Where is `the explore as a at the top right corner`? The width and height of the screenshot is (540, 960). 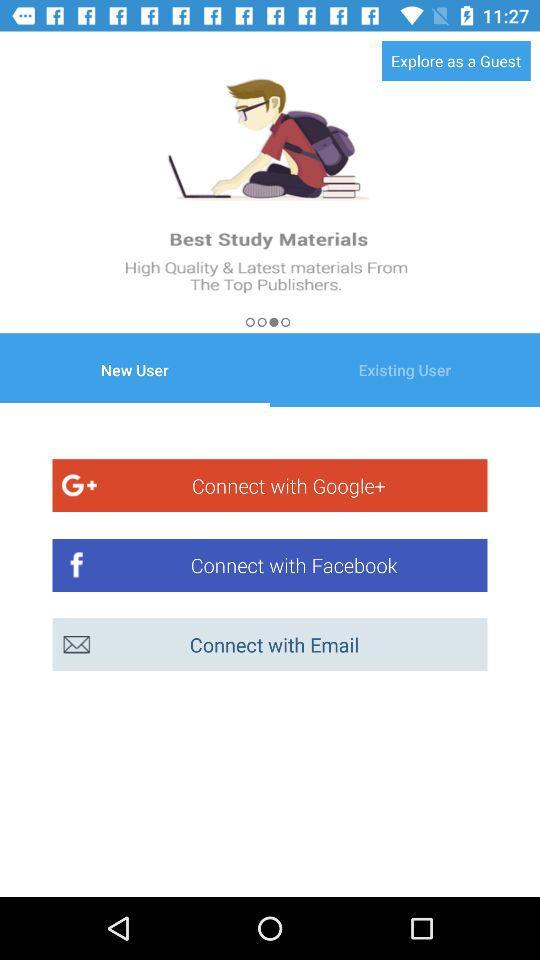 the explore as a at the top right corner is located at coordinates (456, 59).